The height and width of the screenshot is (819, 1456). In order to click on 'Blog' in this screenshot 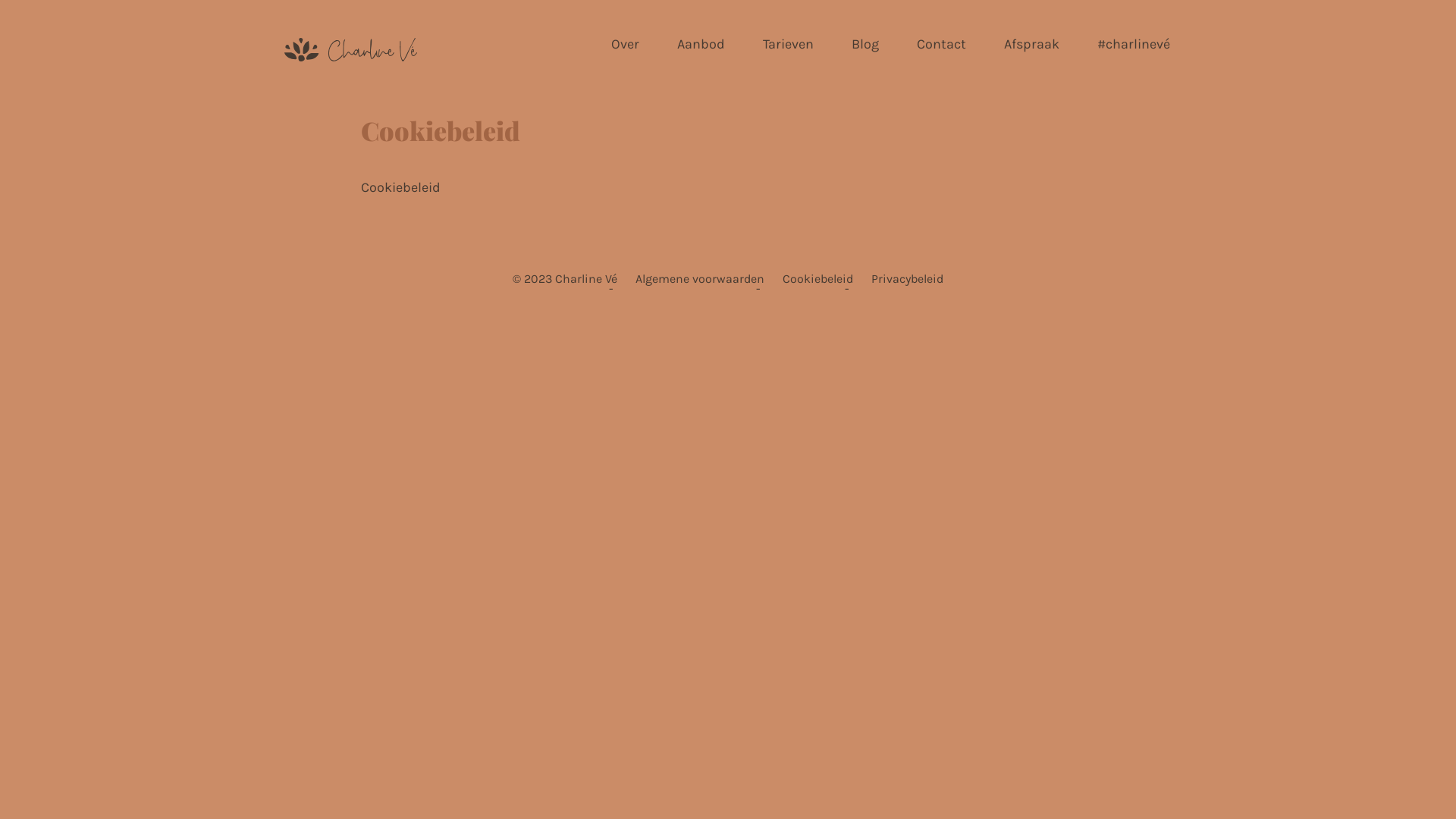, I will do `click(865, 42)`.